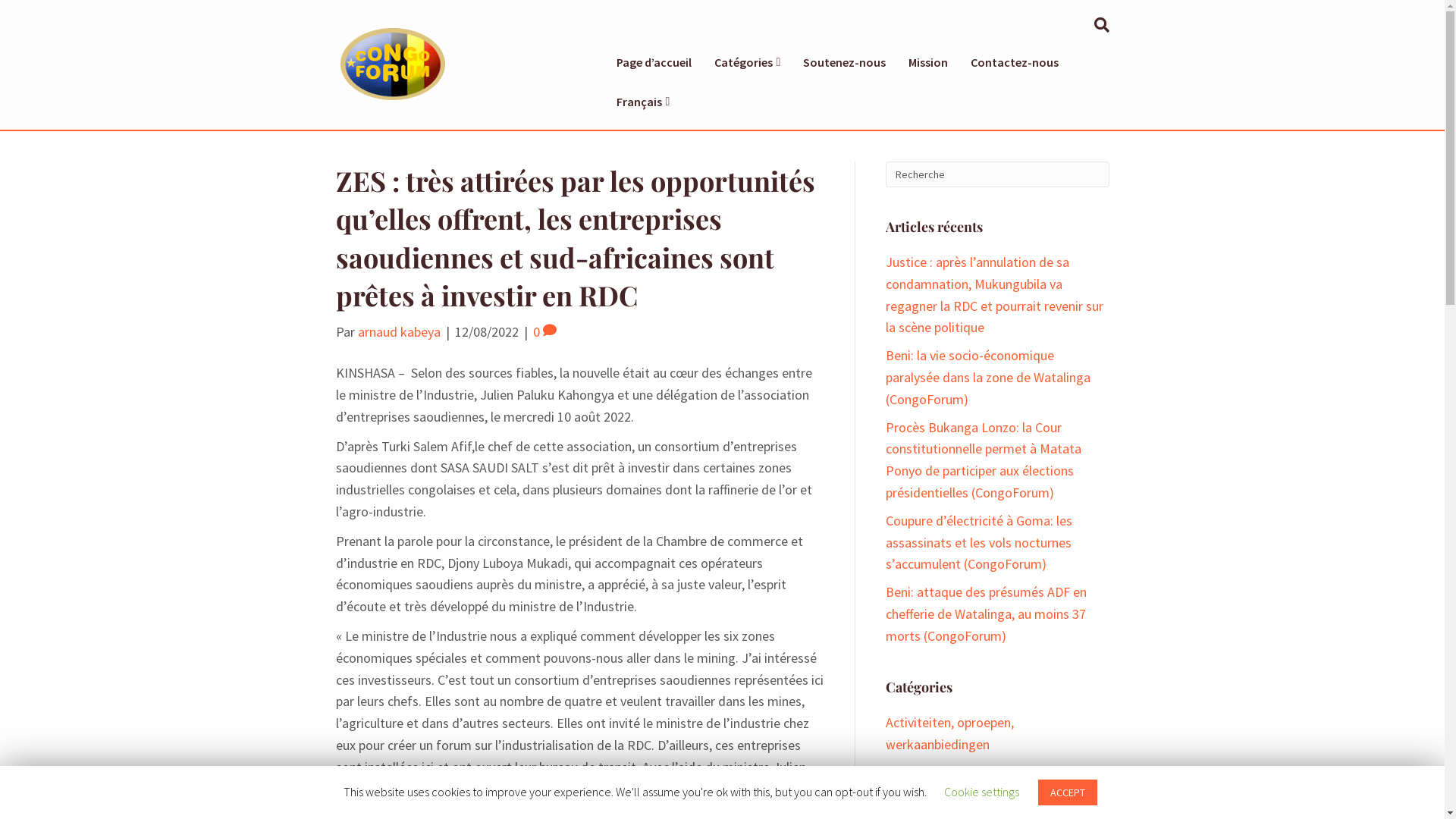  I want to click on 'Activiteiten, oproepen, werkaanbiedingen', so click(885, 733).